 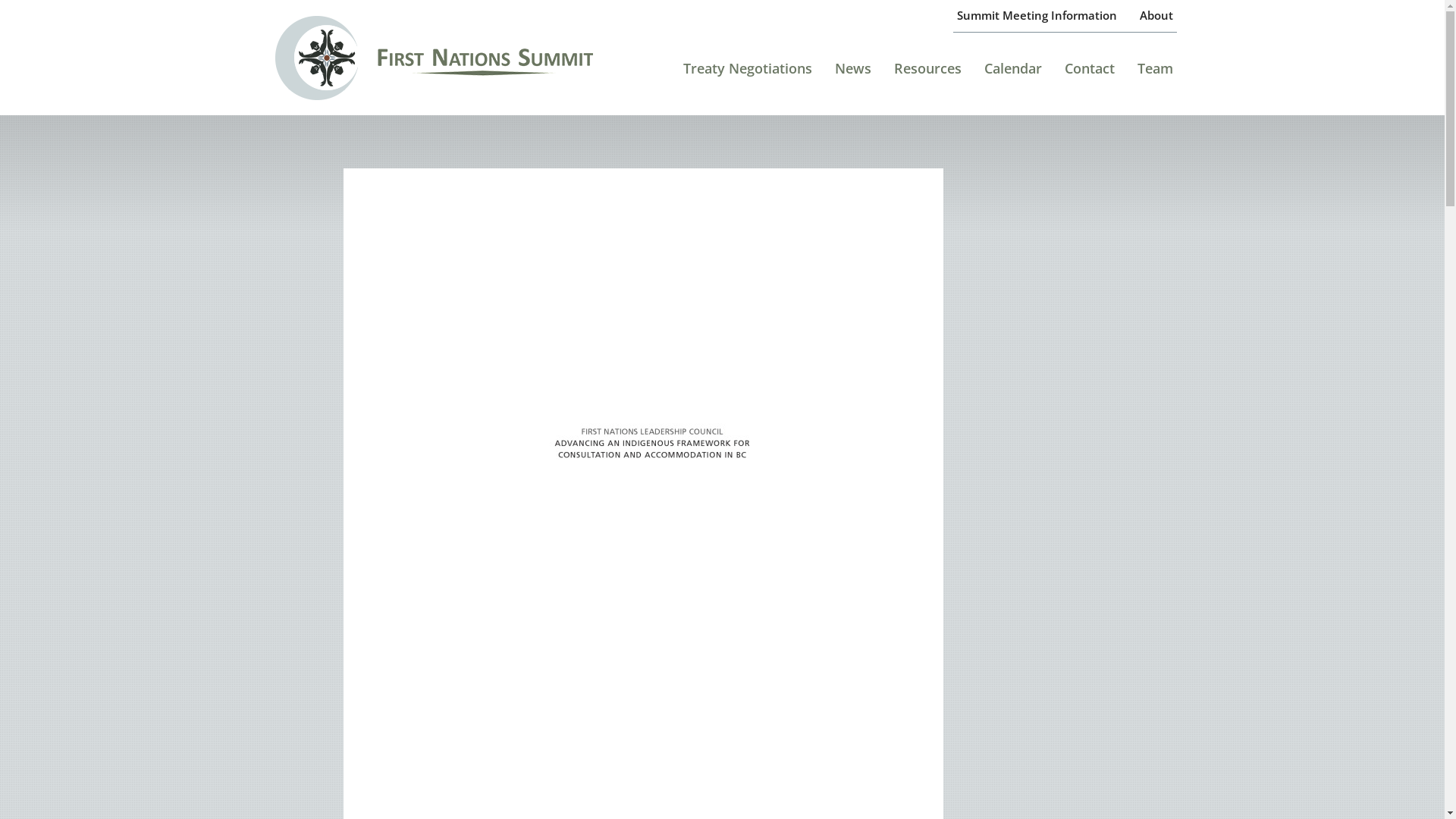 I want to click on 'Calendar', so click(x=1012, y=74).